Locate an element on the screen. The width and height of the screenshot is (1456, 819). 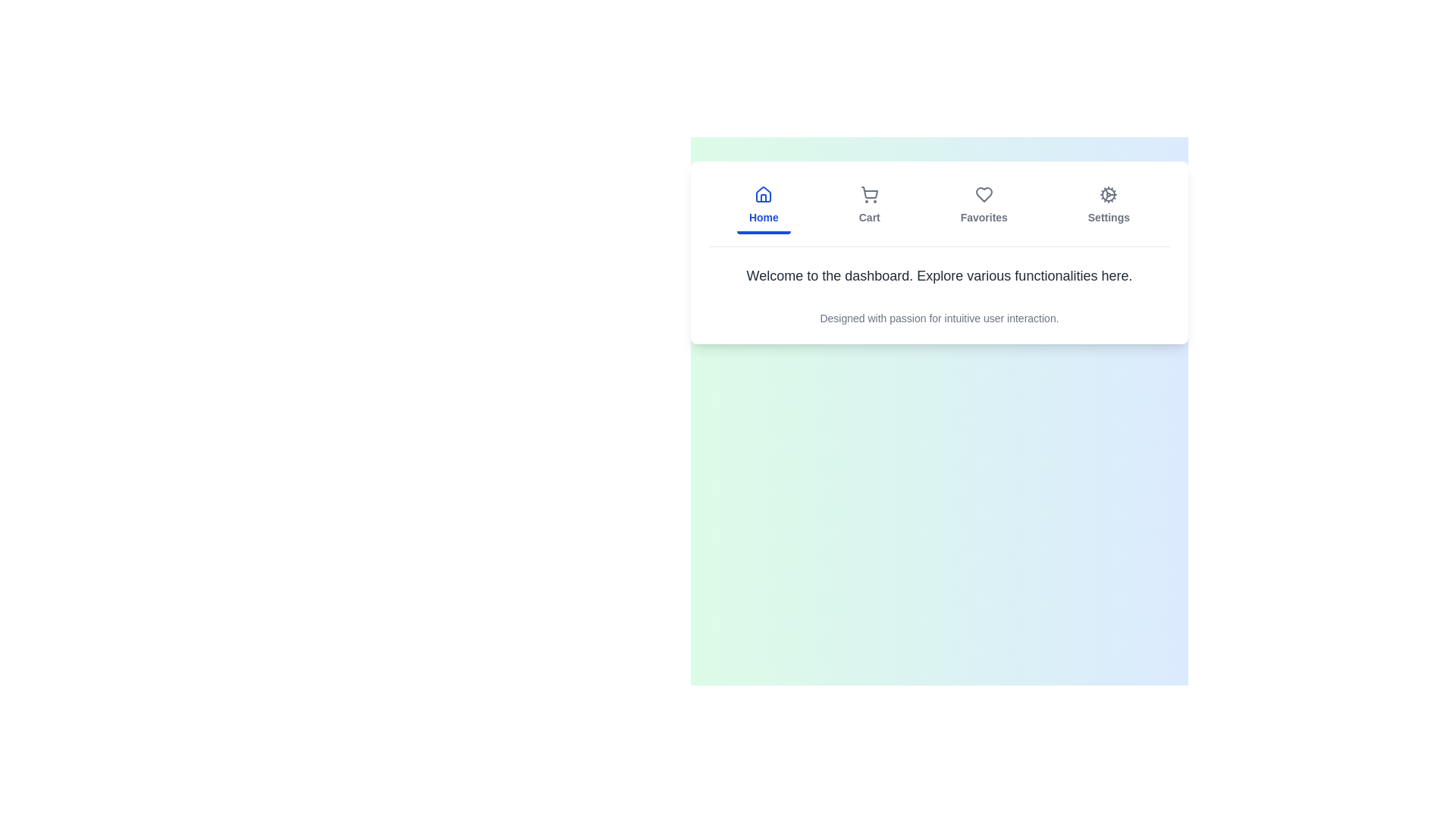
the 'Home' button, which is a vertically aligned button with a house icon and blue text in the top navigation bar is located at coordinates (764, 207).